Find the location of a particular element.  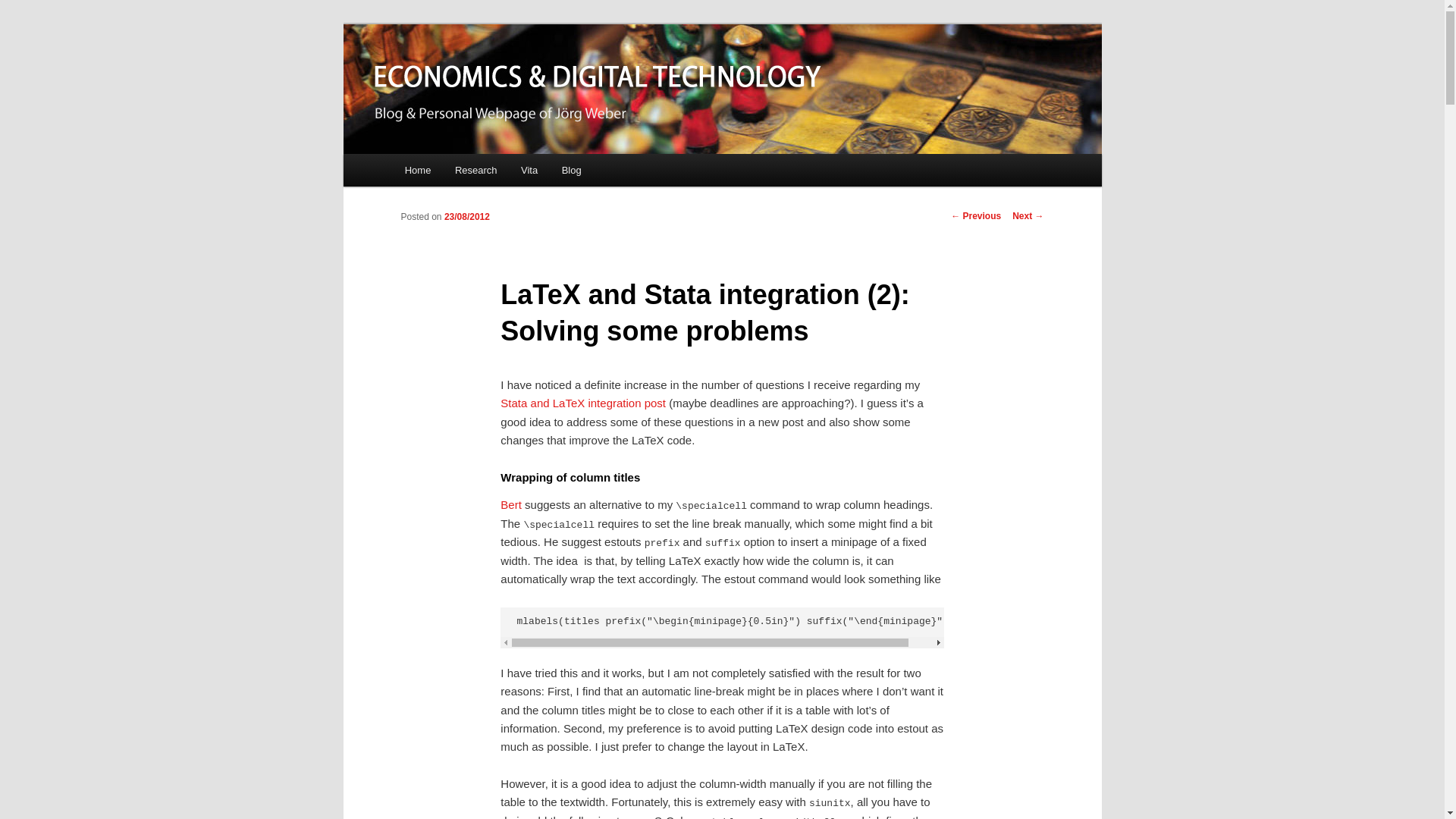

'23/08/2012' is located at coordinates (466, 216).